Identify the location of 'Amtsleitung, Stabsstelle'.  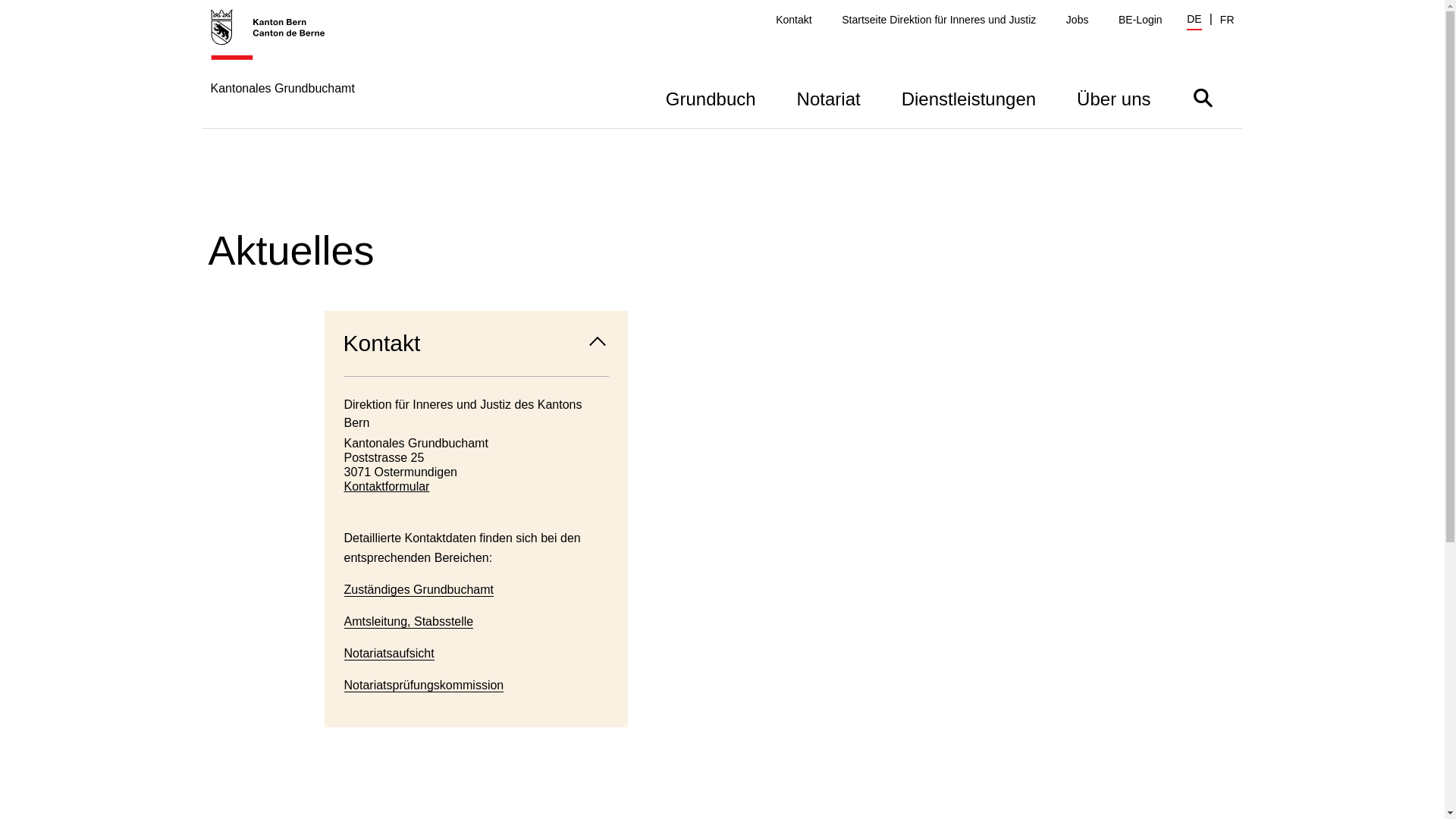
(409, 622).